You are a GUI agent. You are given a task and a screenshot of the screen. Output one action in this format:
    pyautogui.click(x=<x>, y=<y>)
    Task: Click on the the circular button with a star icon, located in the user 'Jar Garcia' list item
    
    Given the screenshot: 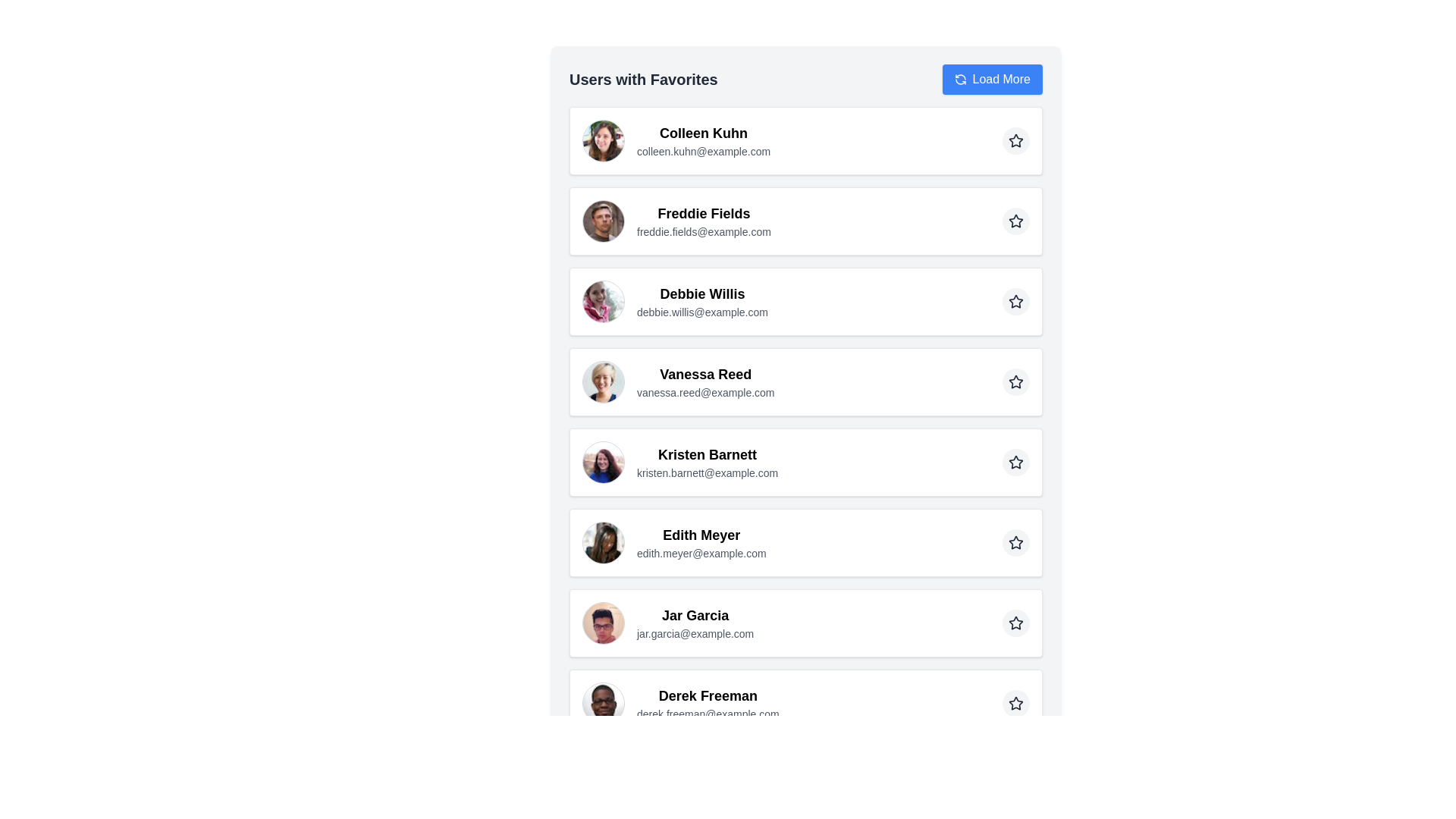 What is the action you would take?
    pyautogui.click(x=1015, y=623)
    